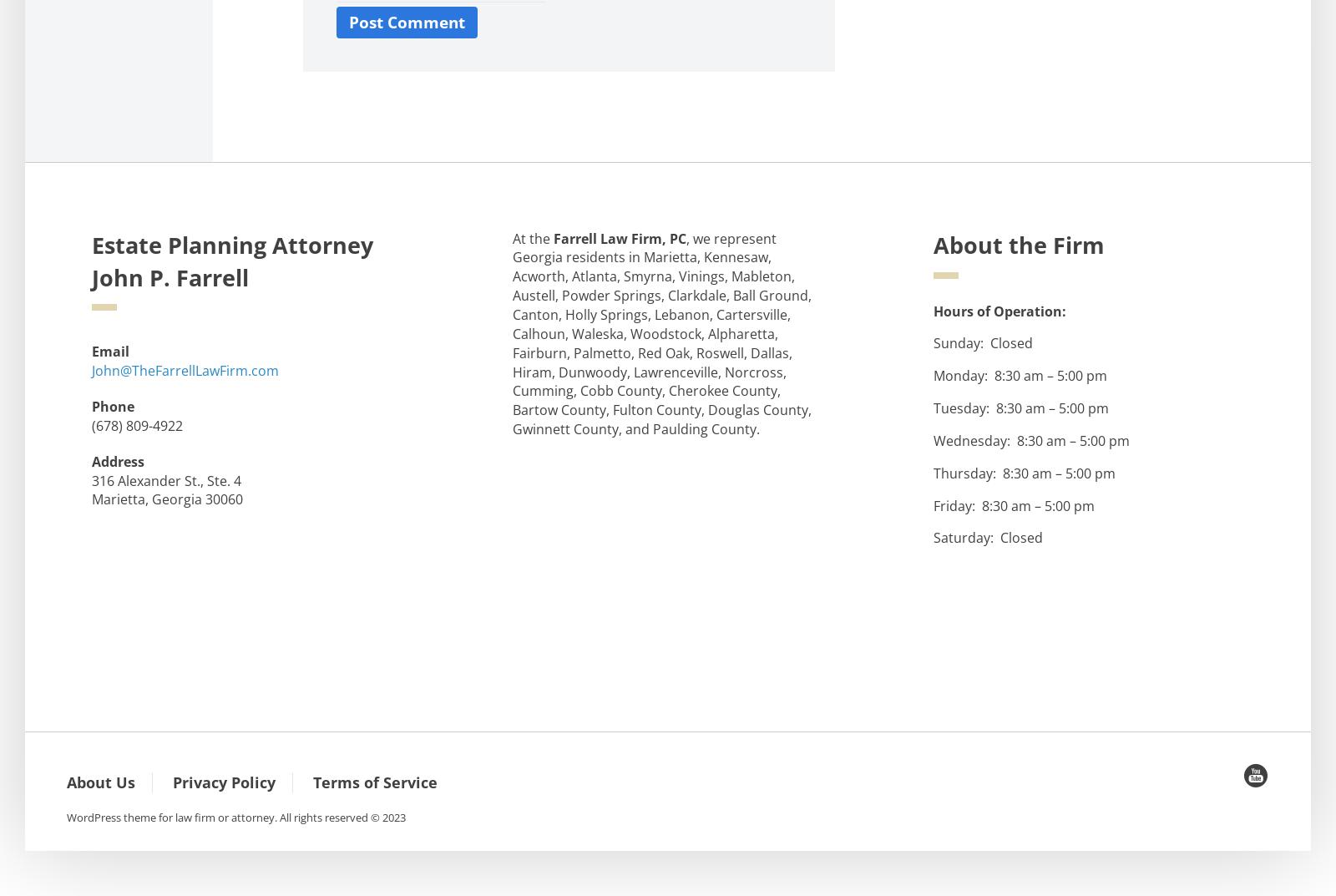 This screenshot has width=1336, height=896. I want to click on 'At the', so click(533, 236).